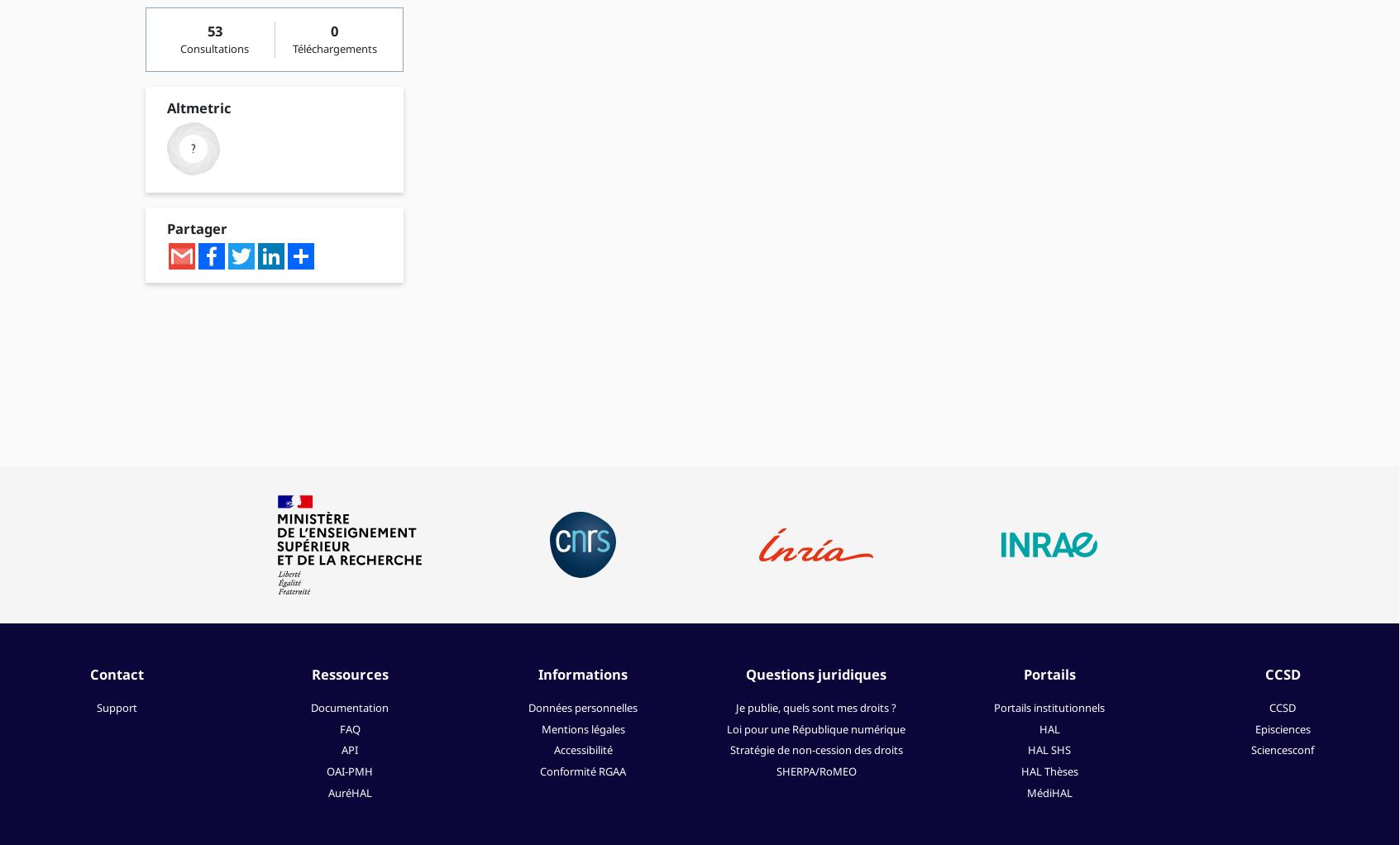 The image size is (1400, 845). What do you see at coordinates (581, 707) in the screenshot?
I see `'Données personnelles'` at bounding box center [581, 707].